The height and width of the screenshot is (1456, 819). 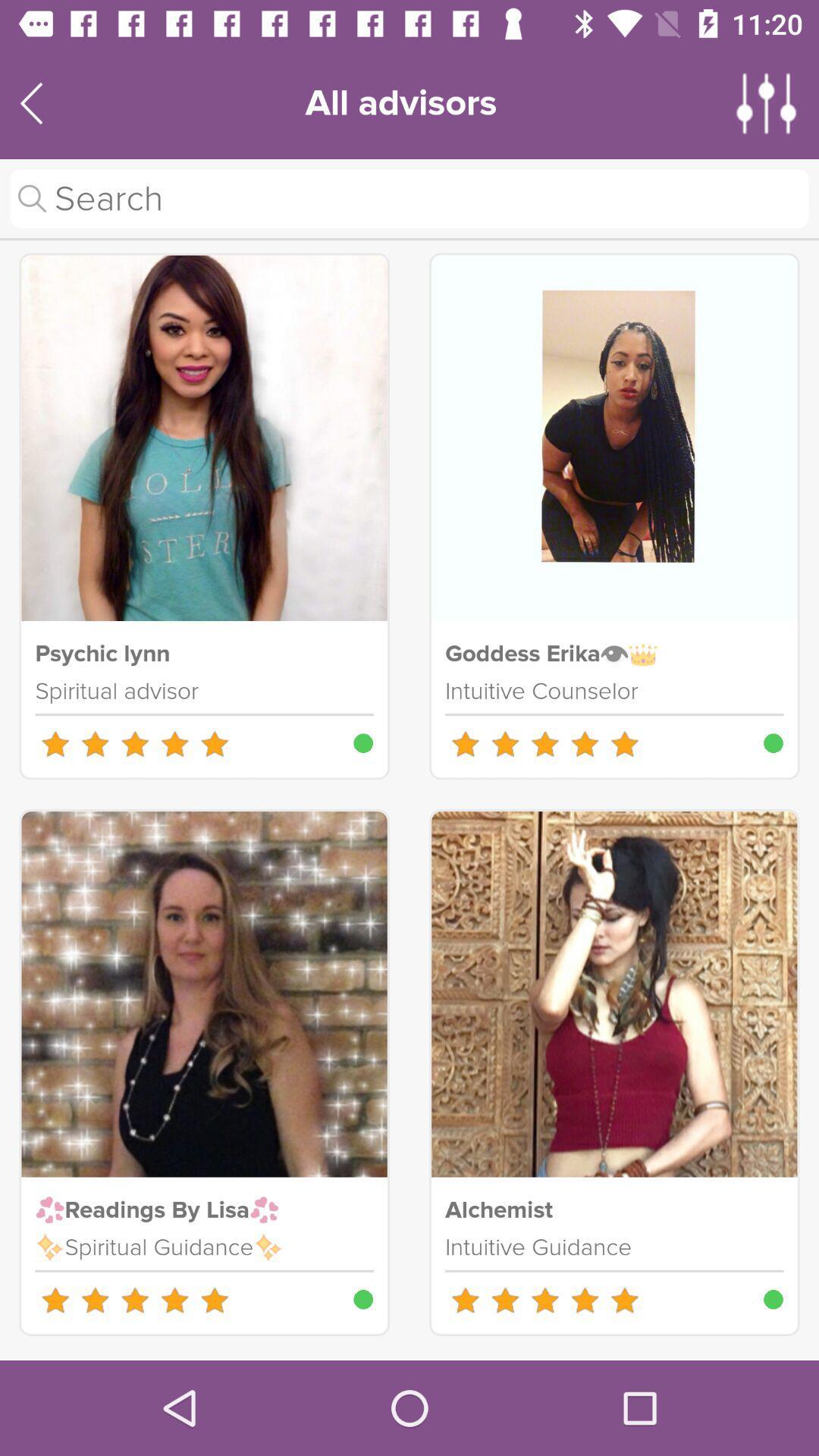 I want to click on the item to the right of the all advisors icon, so click(x=767, y=102).